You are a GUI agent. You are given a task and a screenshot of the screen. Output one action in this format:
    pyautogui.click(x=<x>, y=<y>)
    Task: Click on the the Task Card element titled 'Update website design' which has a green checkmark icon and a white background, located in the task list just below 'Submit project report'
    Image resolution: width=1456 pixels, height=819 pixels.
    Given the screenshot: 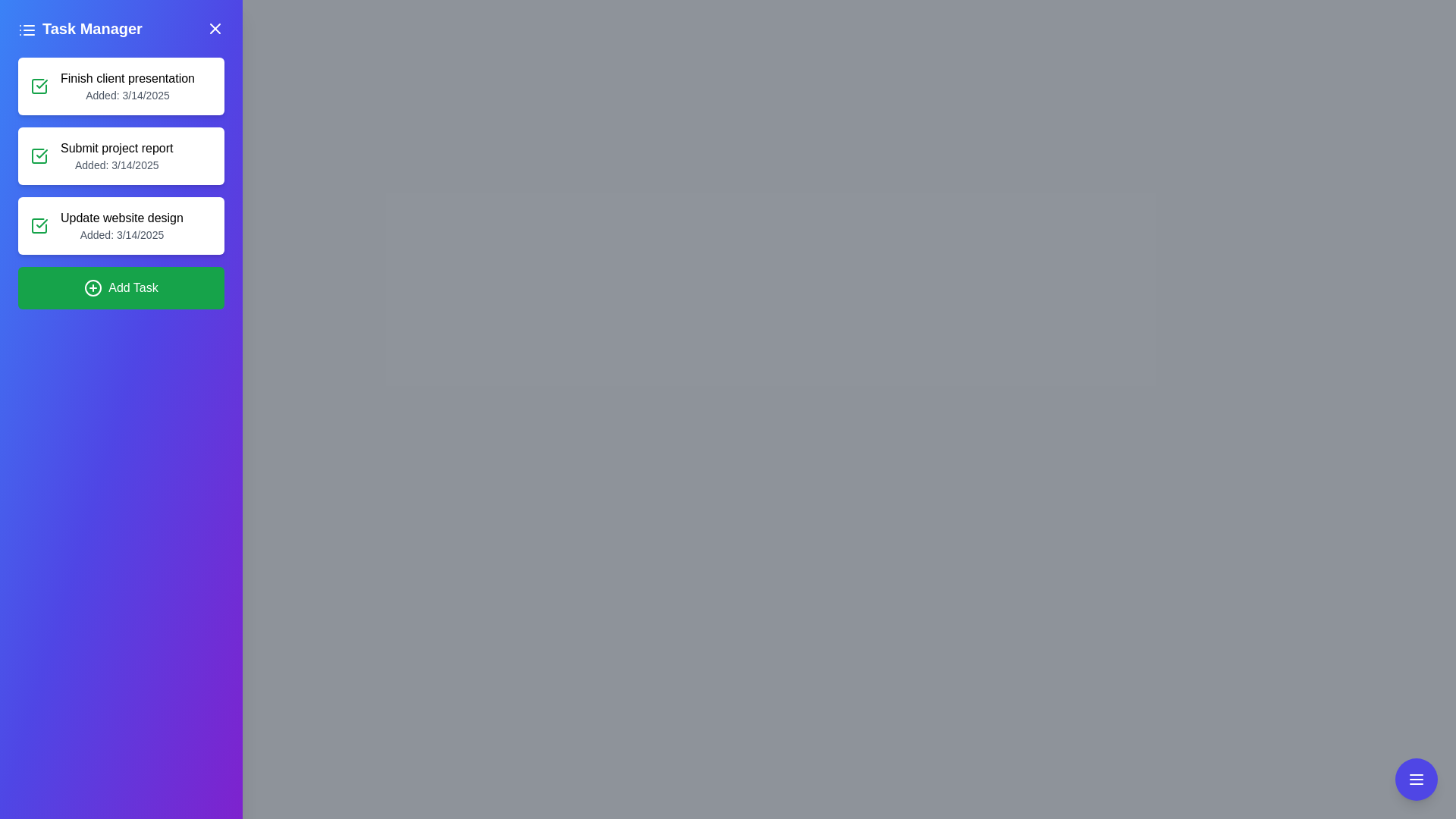 What is the action you would take?
    pyautogui.click(x=120, y=225)
    